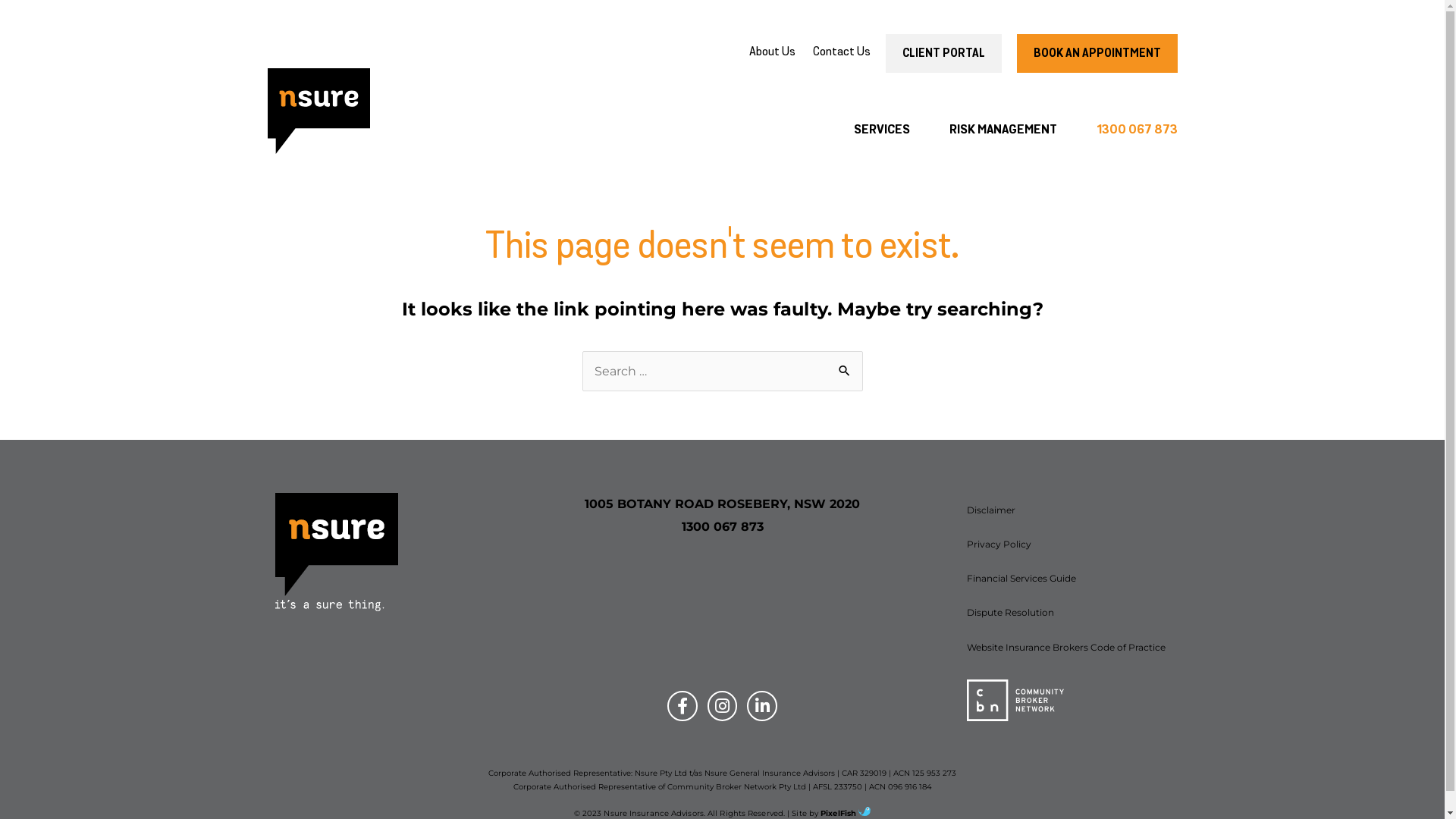 The width and height of the screenshot is (1456, 819). What do you see at coordinates (761, 705) in the screenshot?
I see `'Linkedin-in'` at bounding box center [761, 705].